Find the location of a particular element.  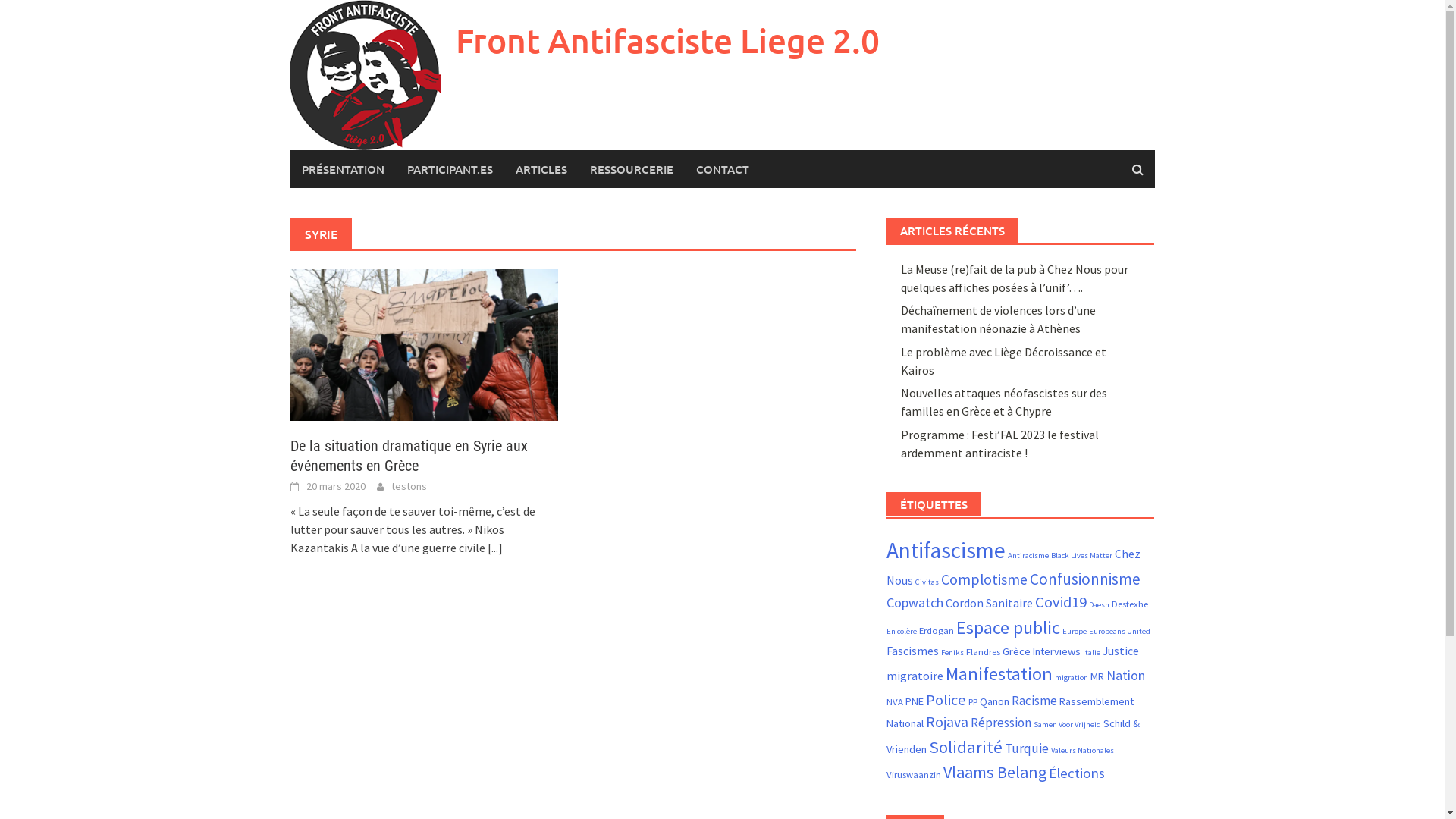

'CONTACT' is located at coordinates (683, 169).